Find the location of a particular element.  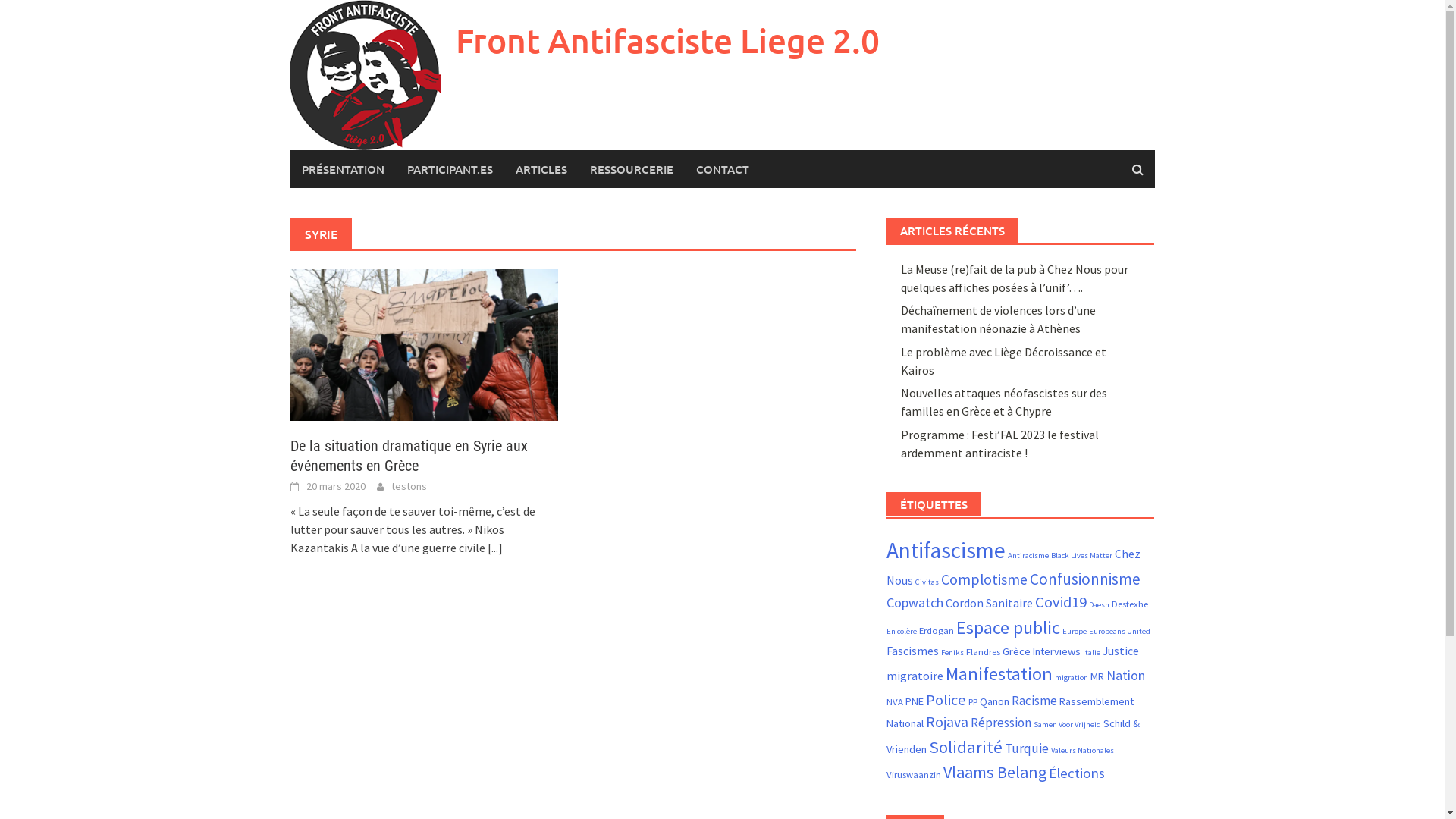

'CONTACT' is located at coordinates (683, 169).